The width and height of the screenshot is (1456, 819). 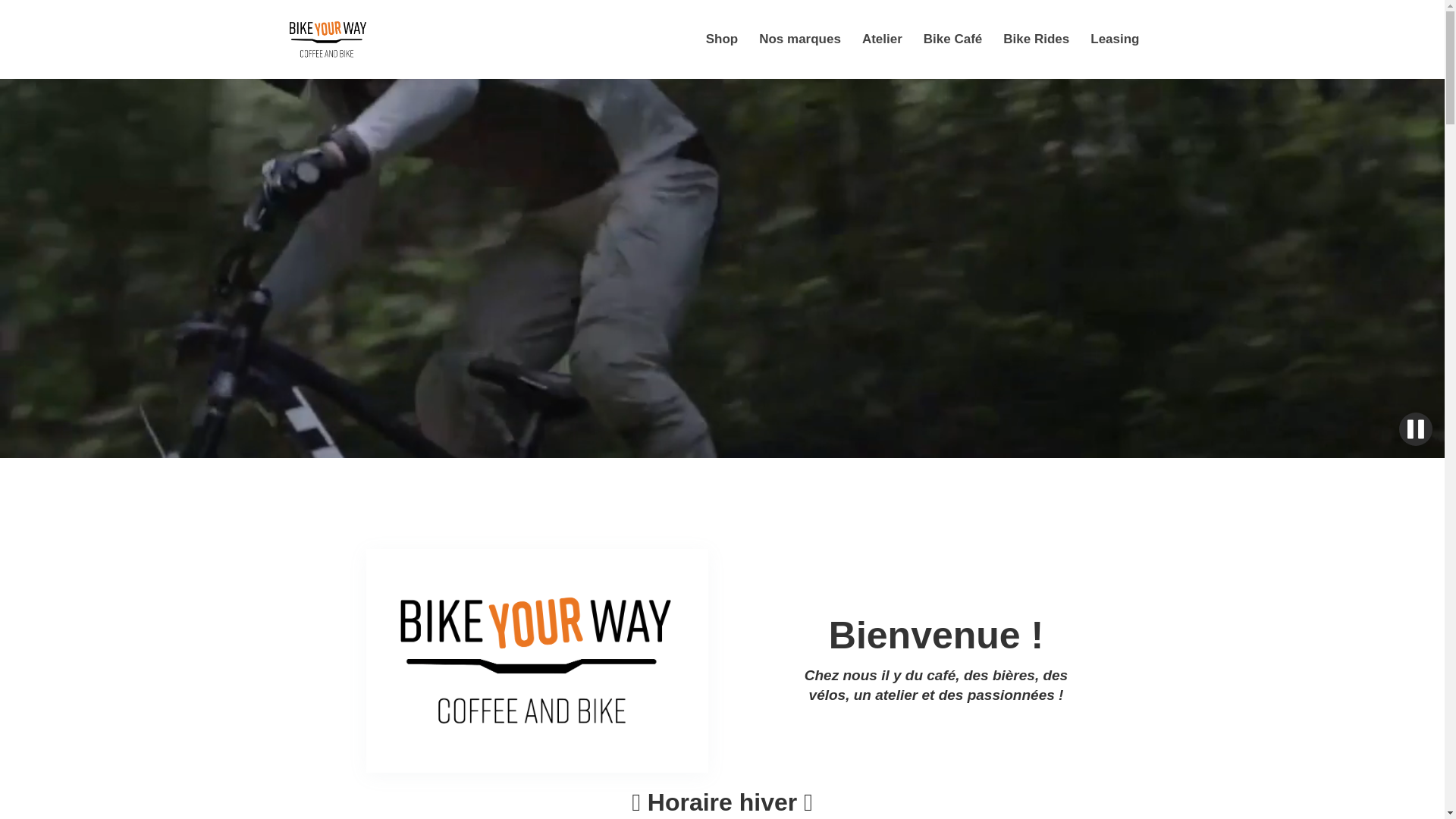 What do you see at coordinates (852, 38) in the screenshot?
I see `'Atelier'` at bounding box center [852, 38].